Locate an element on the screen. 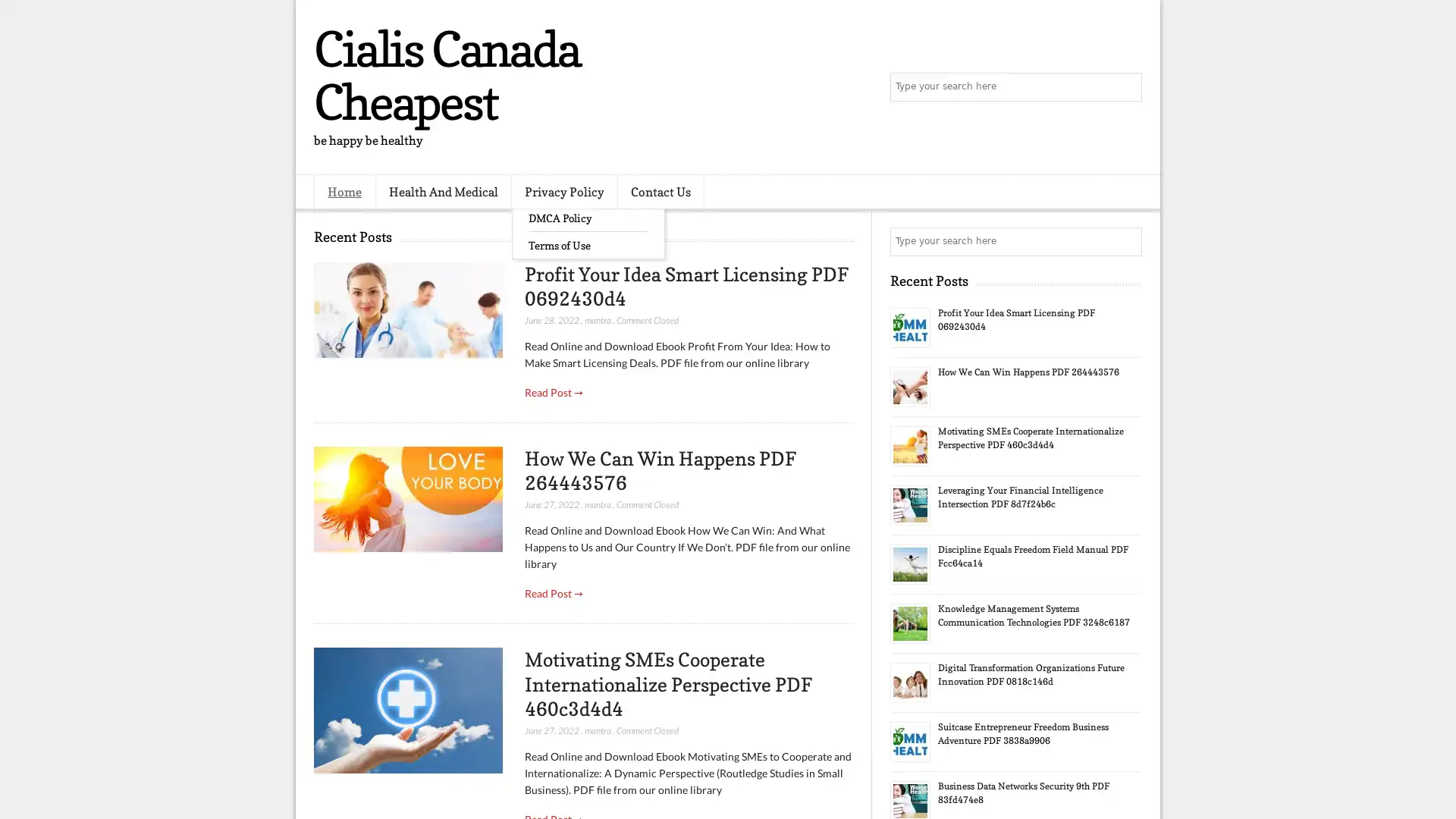 The image size is (1456, 819). Search is located at coordinates (1126, 87).